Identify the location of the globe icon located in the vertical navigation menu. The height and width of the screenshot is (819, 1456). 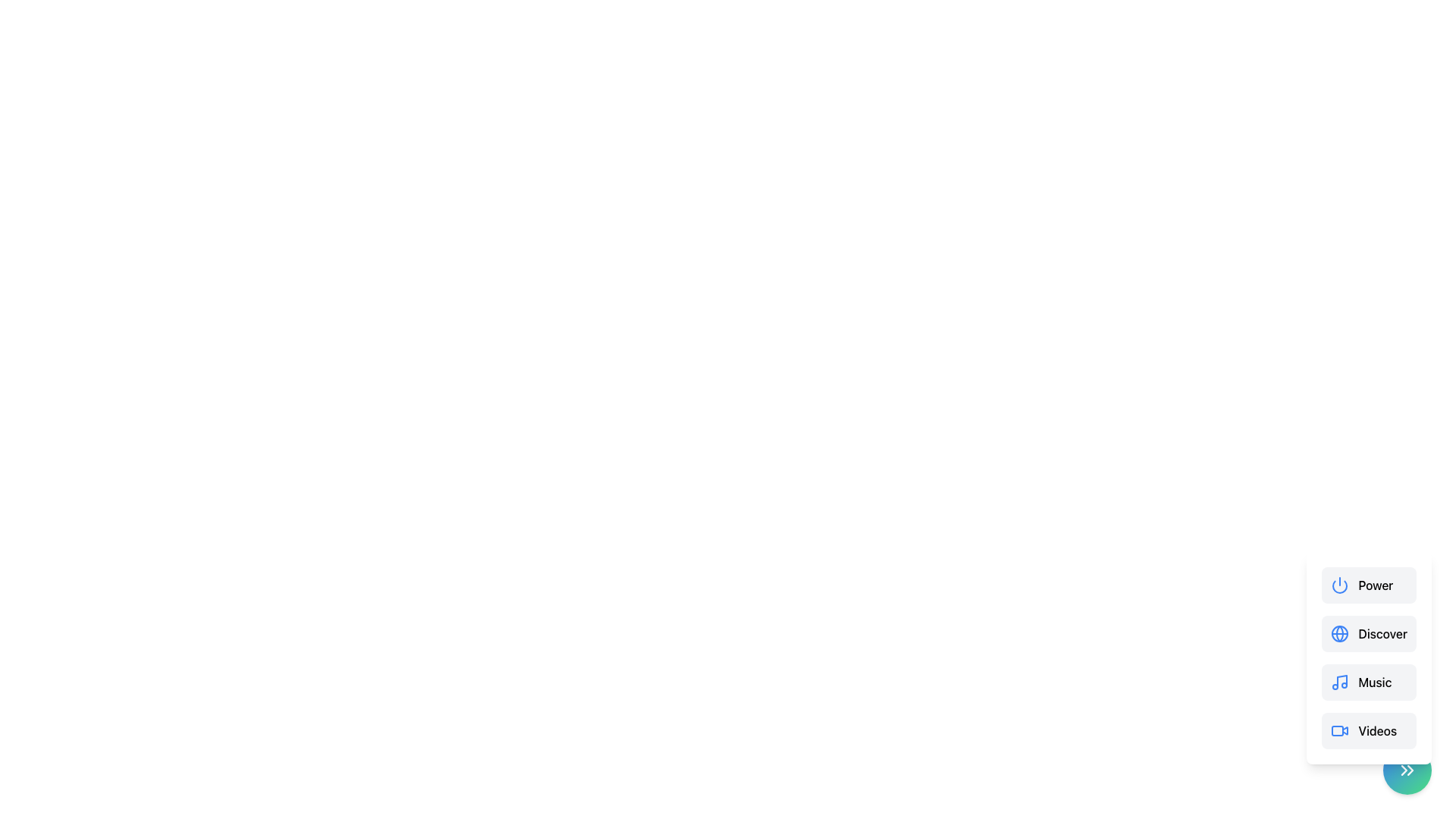
(1340, 634).